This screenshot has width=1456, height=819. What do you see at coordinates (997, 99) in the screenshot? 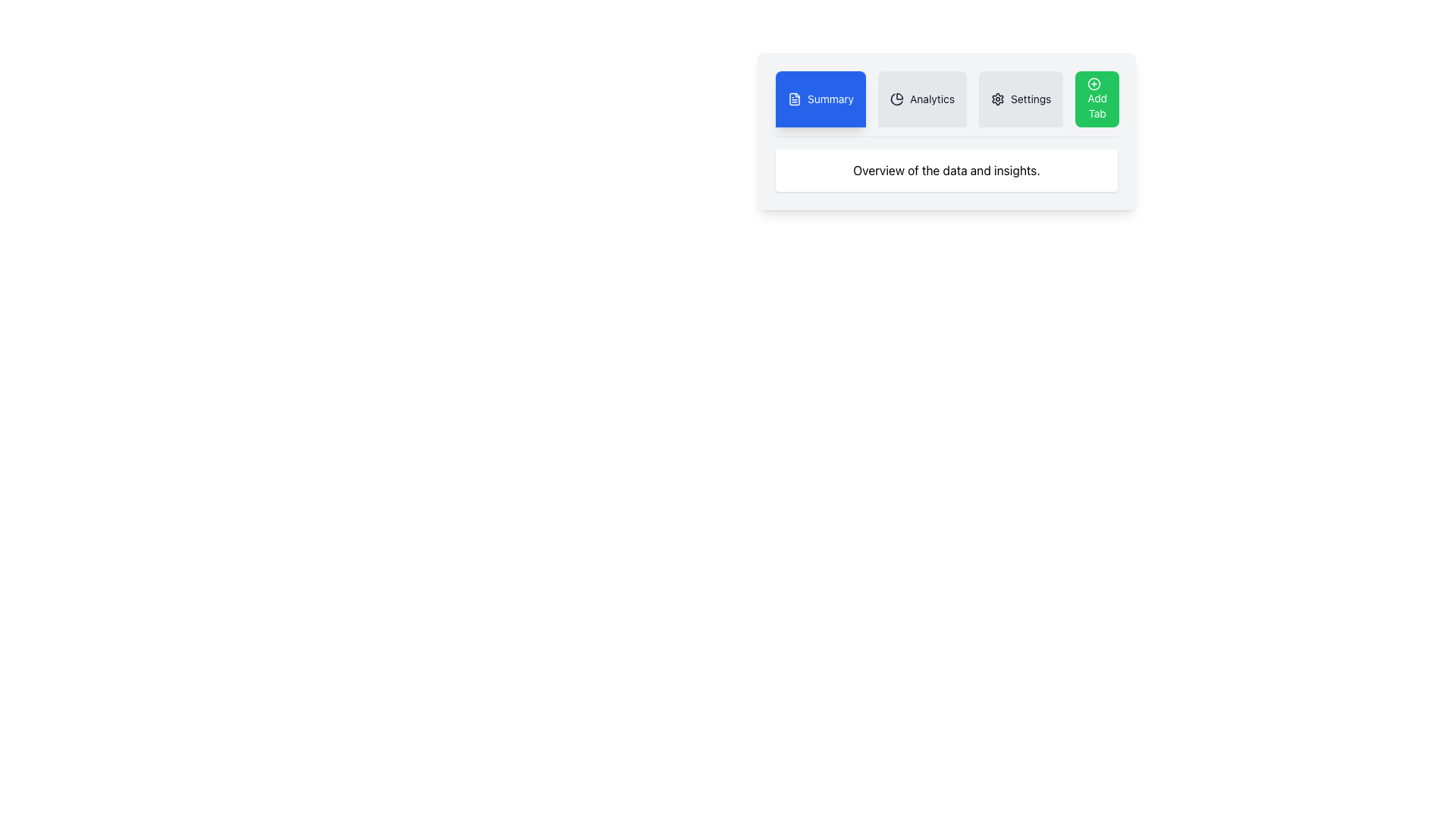
I see `the cogwheel icon located on the far-right section of the toolbar` at bounding box center [997, 99].